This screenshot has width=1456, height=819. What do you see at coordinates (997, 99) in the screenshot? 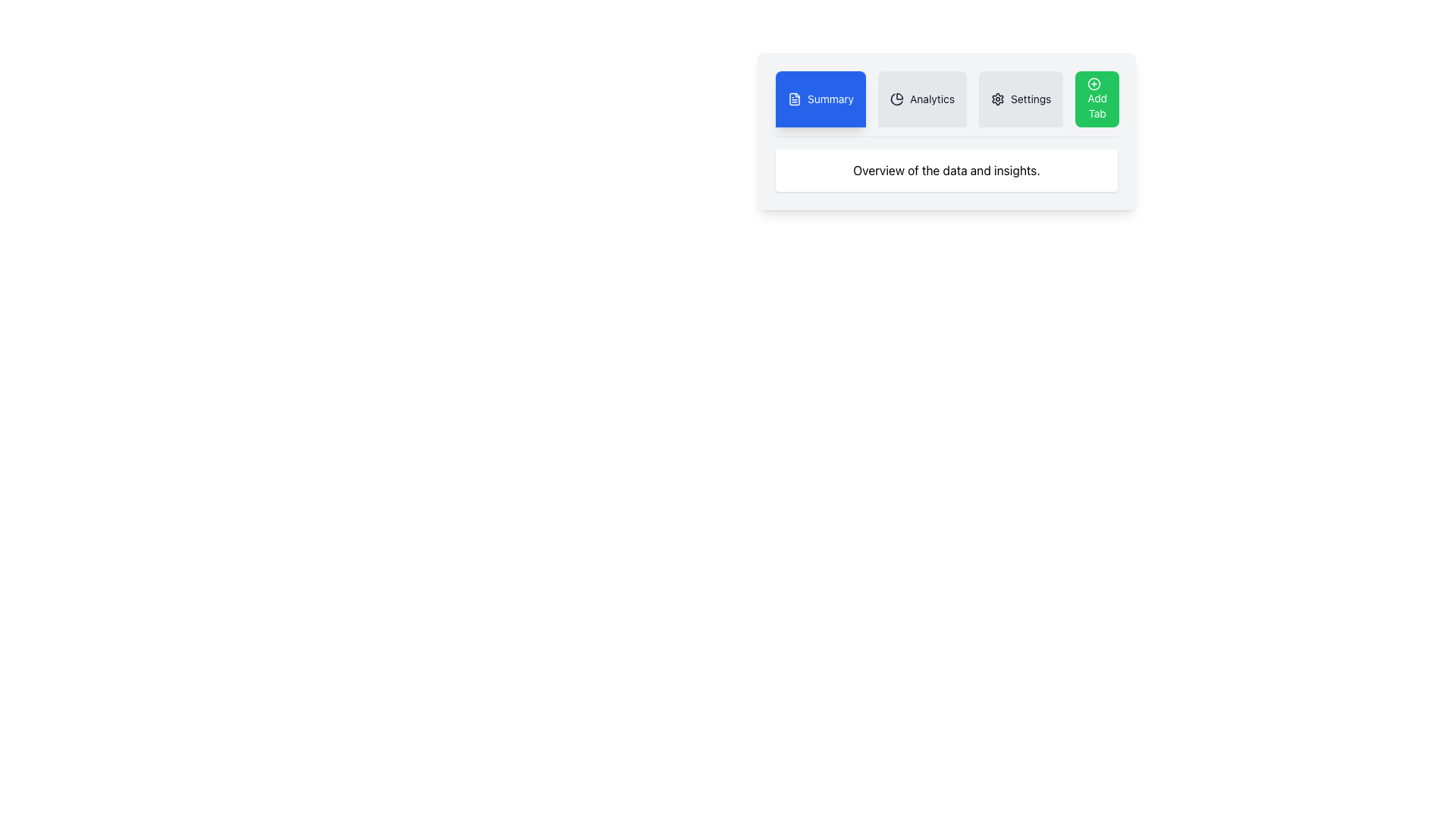
I see `the cogwheel icon located on the far-right section of the toolbar` at bounding box center [997, 99].